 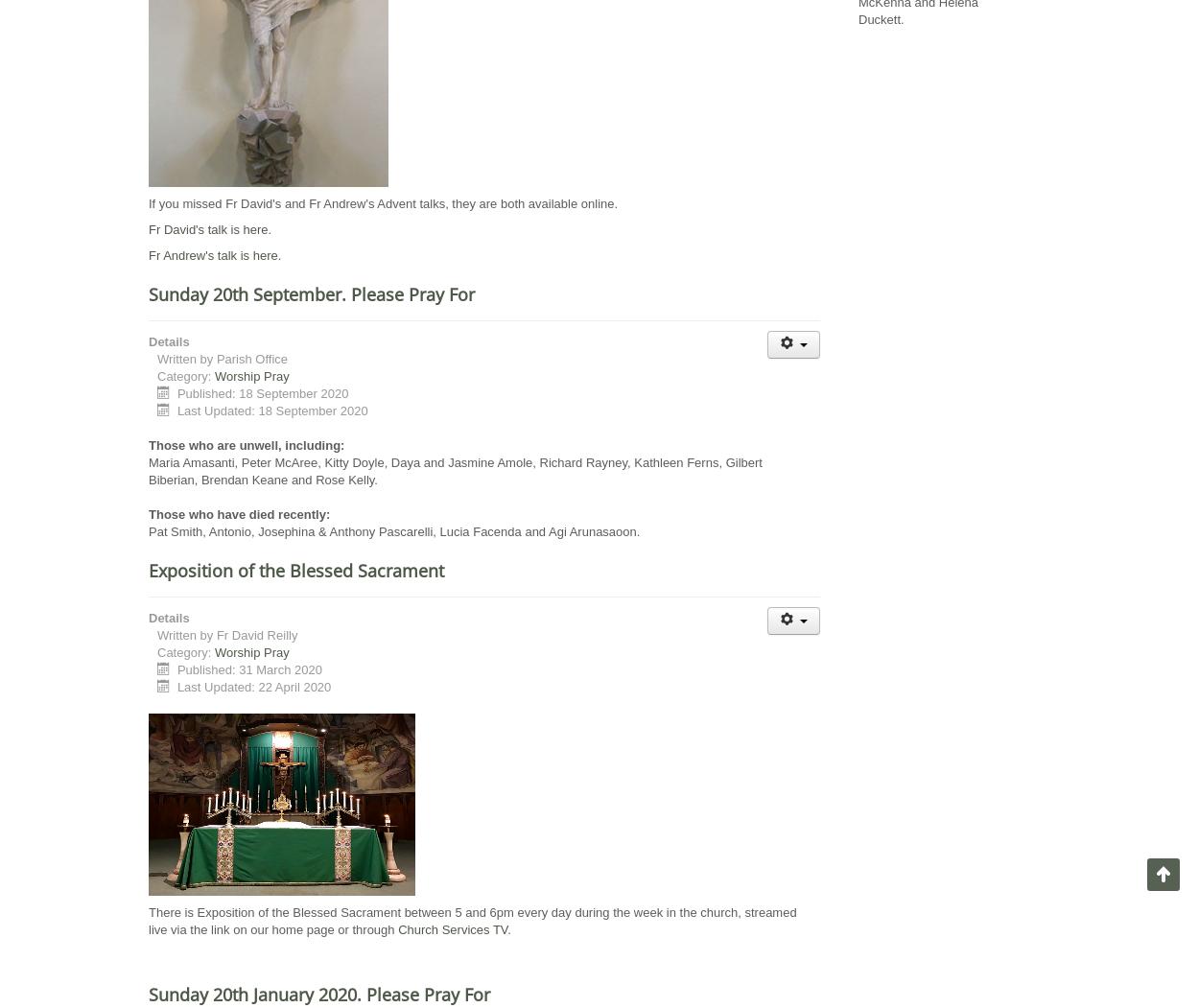 I want to click on 'Exposition of the Blessed Sacrament', so click(x=296, y=570).